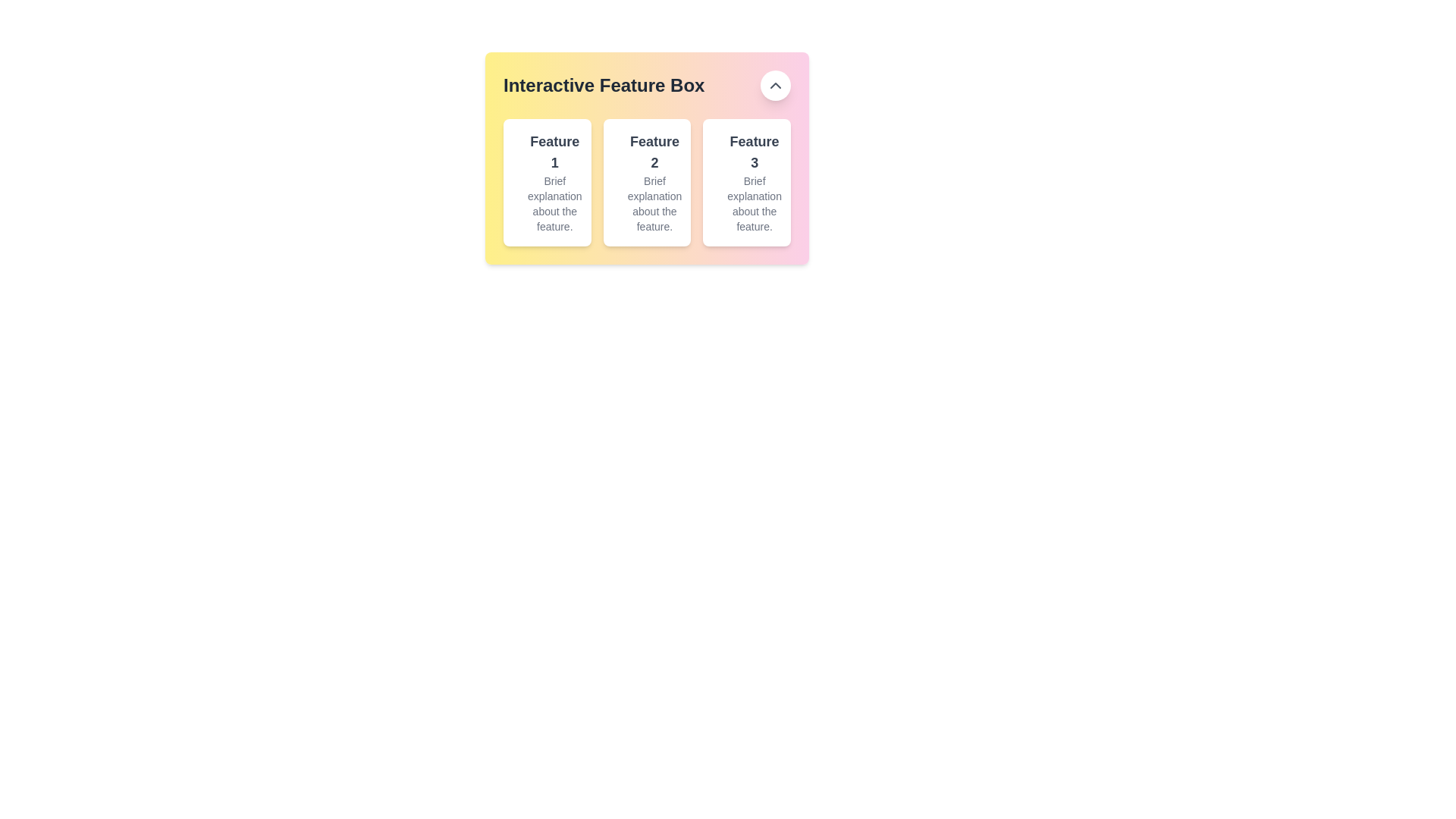 Image resolution: width=1456 pixels, height=819 pixels. Describe the element at coordinates (554, 181) in the screenshot. I see `text block containing the heading 'Feature 1' and the paragraph 'Brief explanation about the feature.' located in the first feature card on the left side of the 'Interactive Feature Box' section` at that location.